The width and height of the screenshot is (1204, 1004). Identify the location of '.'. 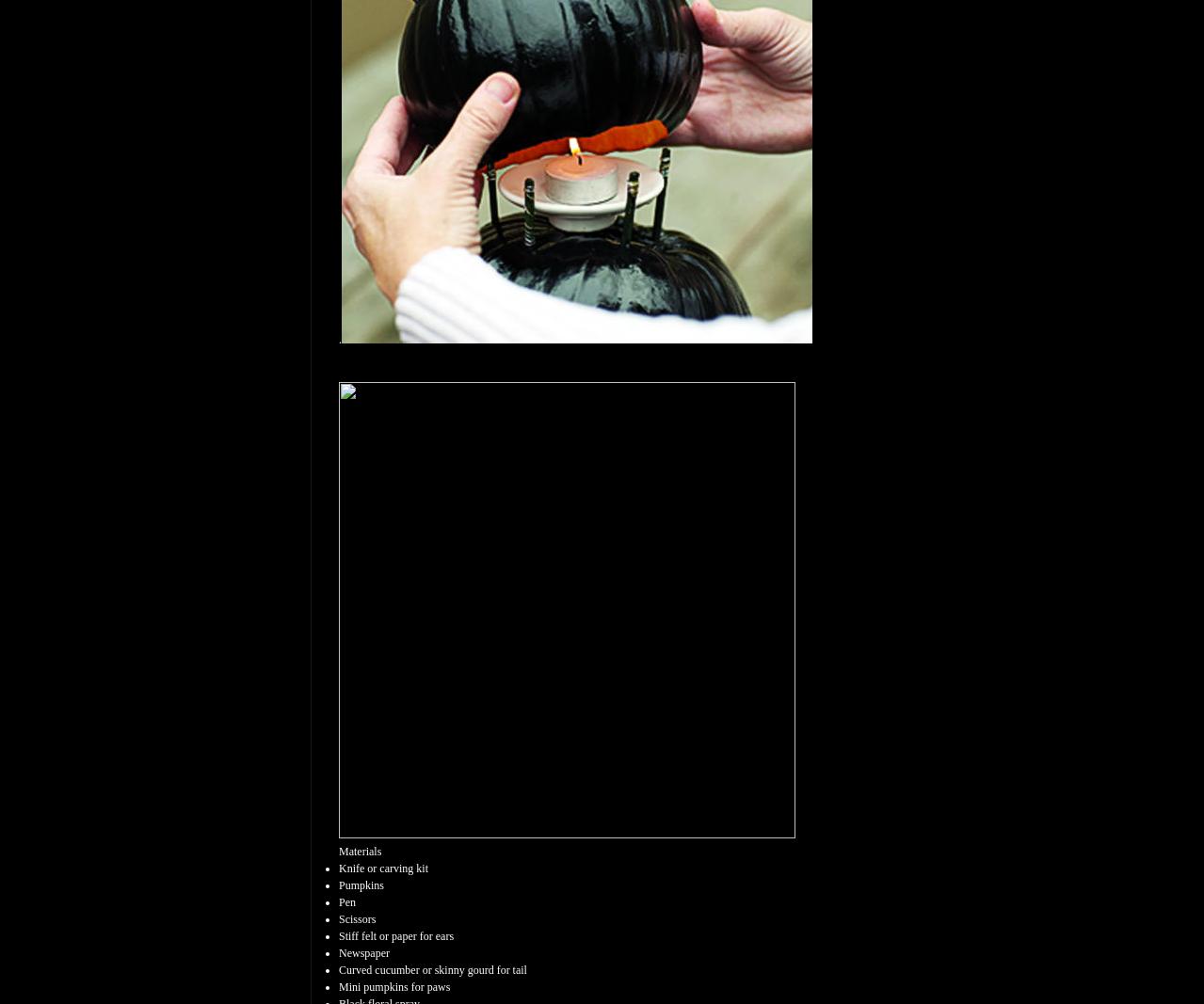
(339, 338).